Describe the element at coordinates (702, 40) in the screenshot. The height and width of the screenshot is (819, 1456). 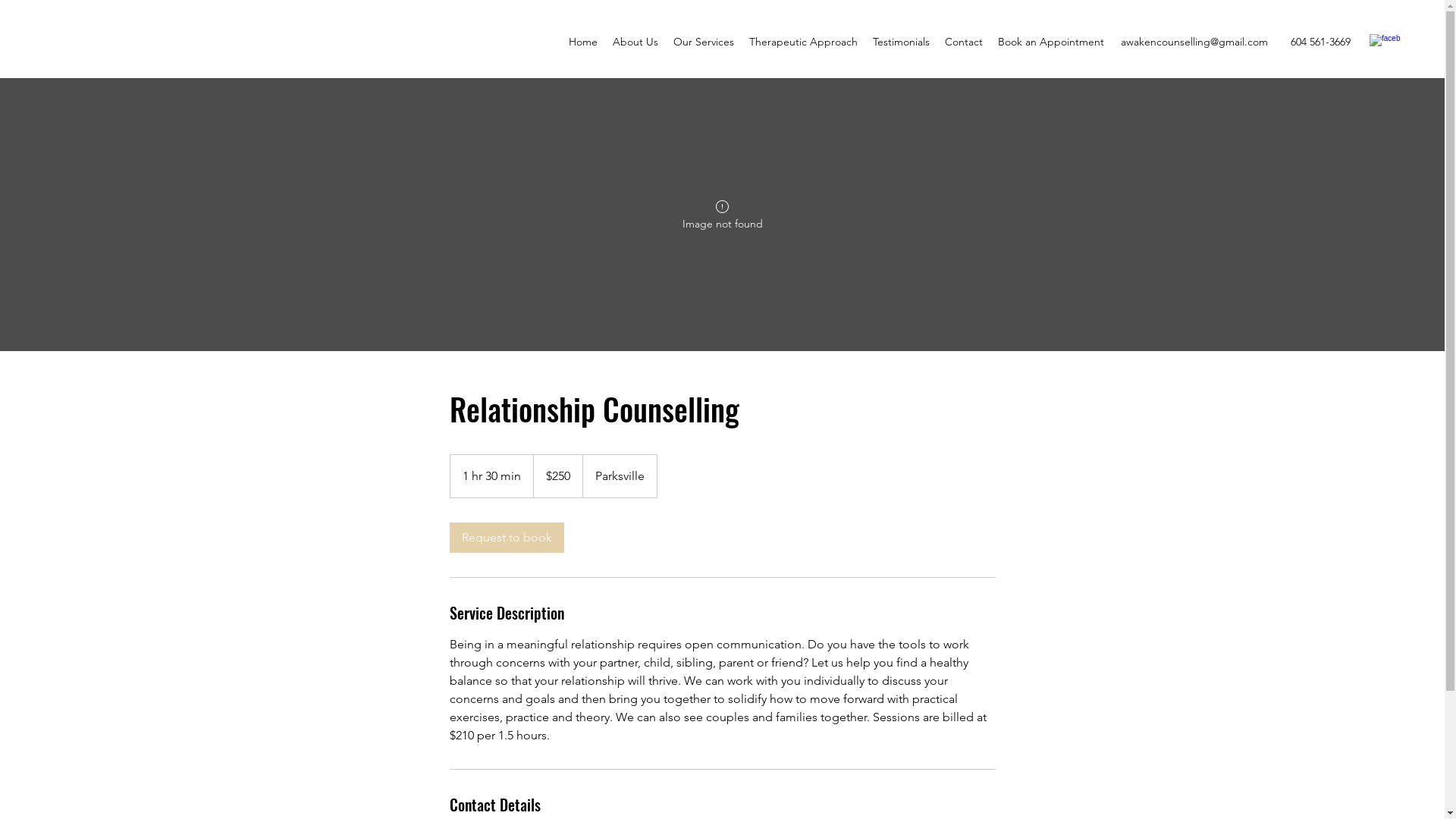
I see `'Our Services'` at that location.